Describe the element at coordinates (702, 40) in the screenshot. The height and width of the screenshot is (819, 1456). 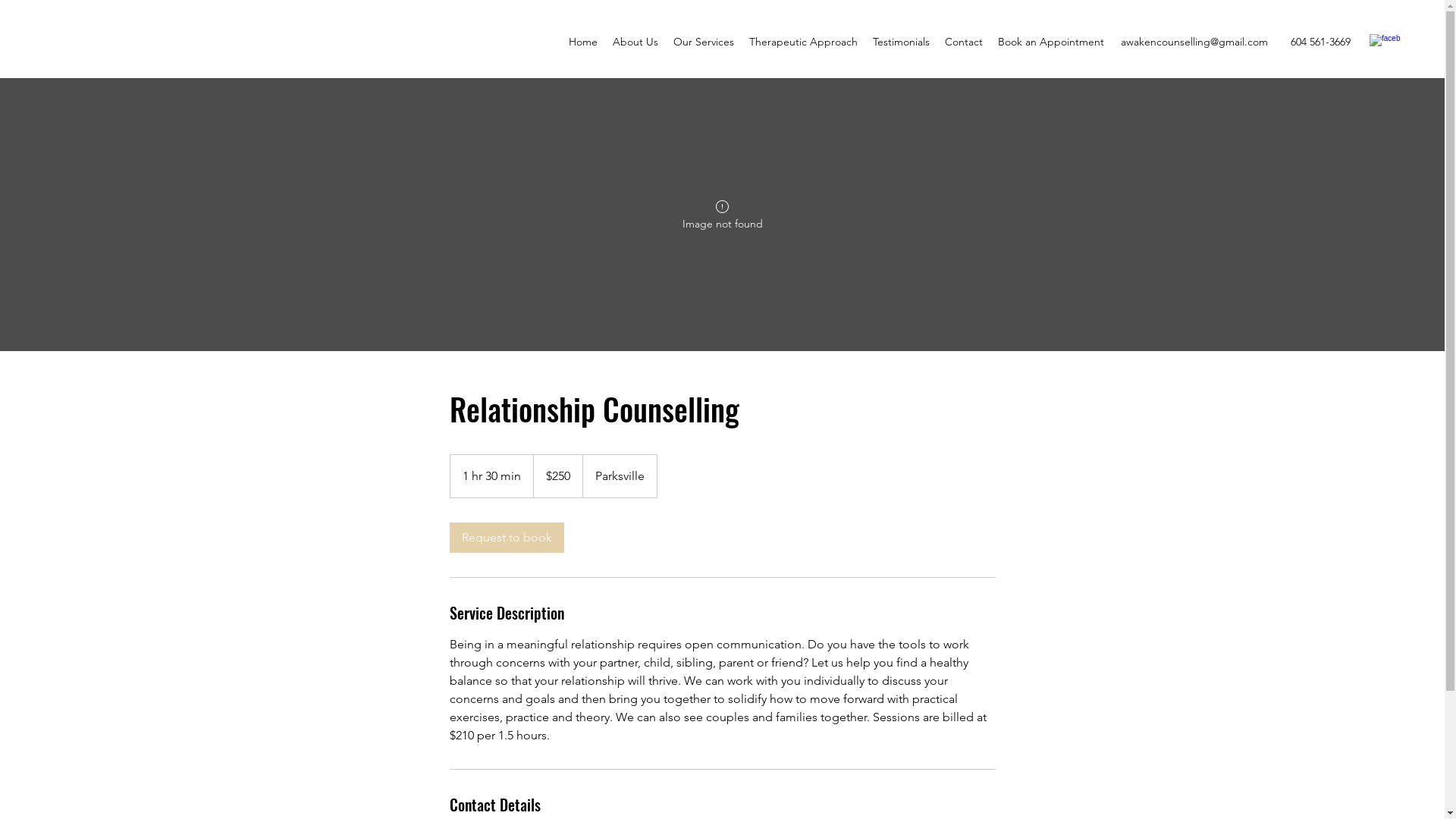
I see `'Our Services'` at that location.